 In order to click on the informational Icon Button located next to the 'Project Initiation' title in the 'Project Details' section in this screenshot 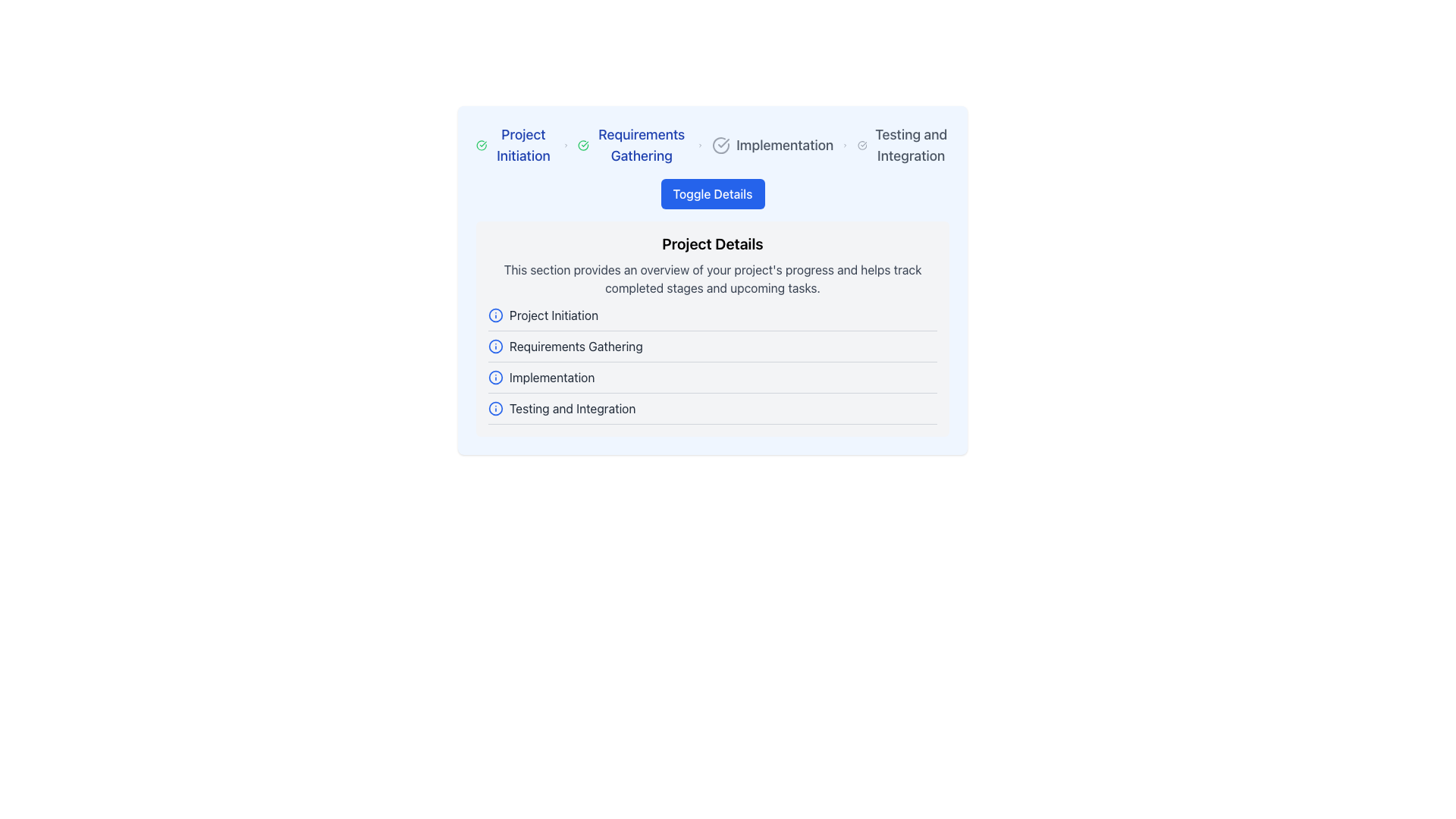, I will do `click(495, 315)`.